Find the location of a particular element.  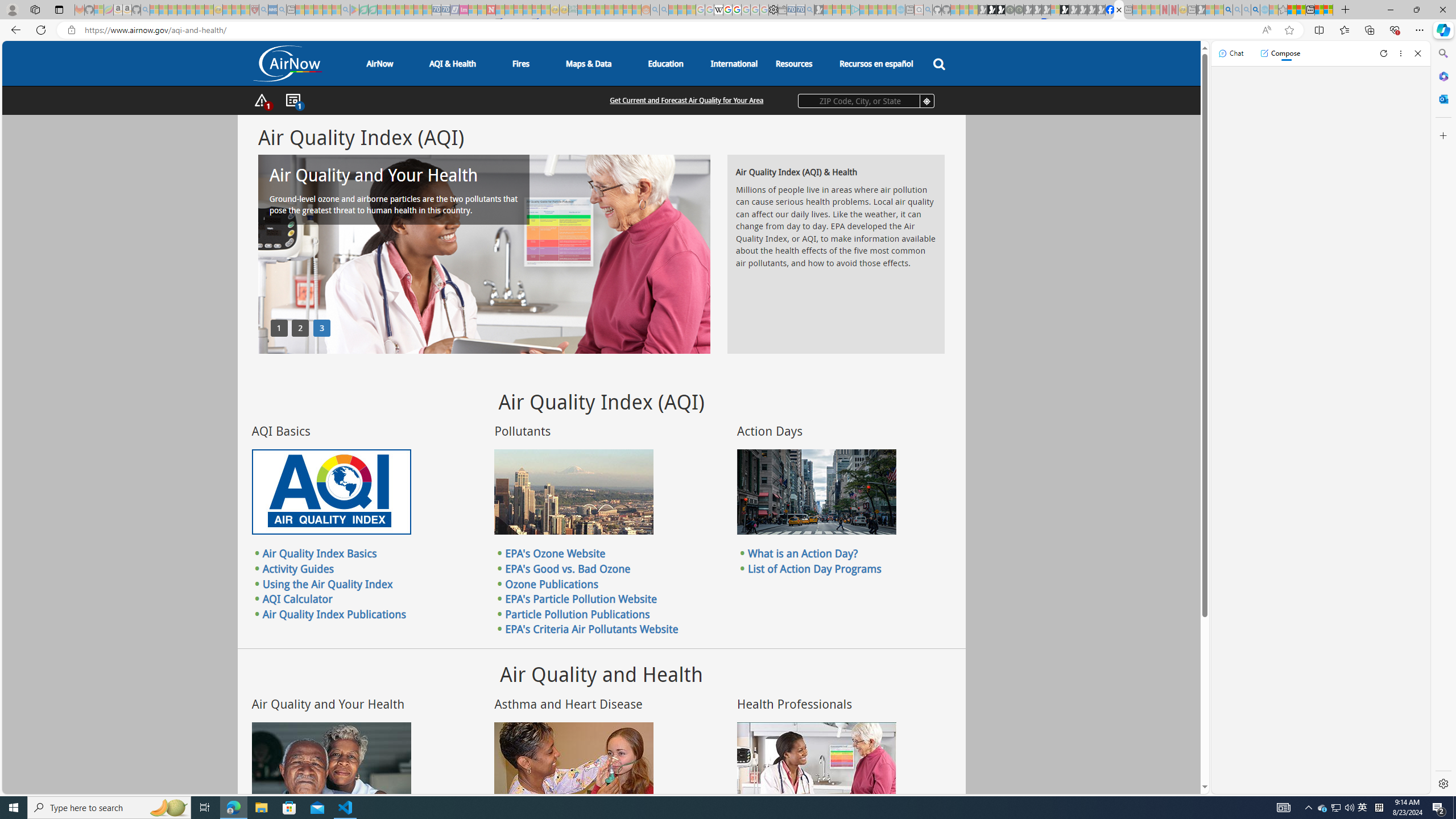

'List of Action Day Programs' is located at coordinates (814, 568).